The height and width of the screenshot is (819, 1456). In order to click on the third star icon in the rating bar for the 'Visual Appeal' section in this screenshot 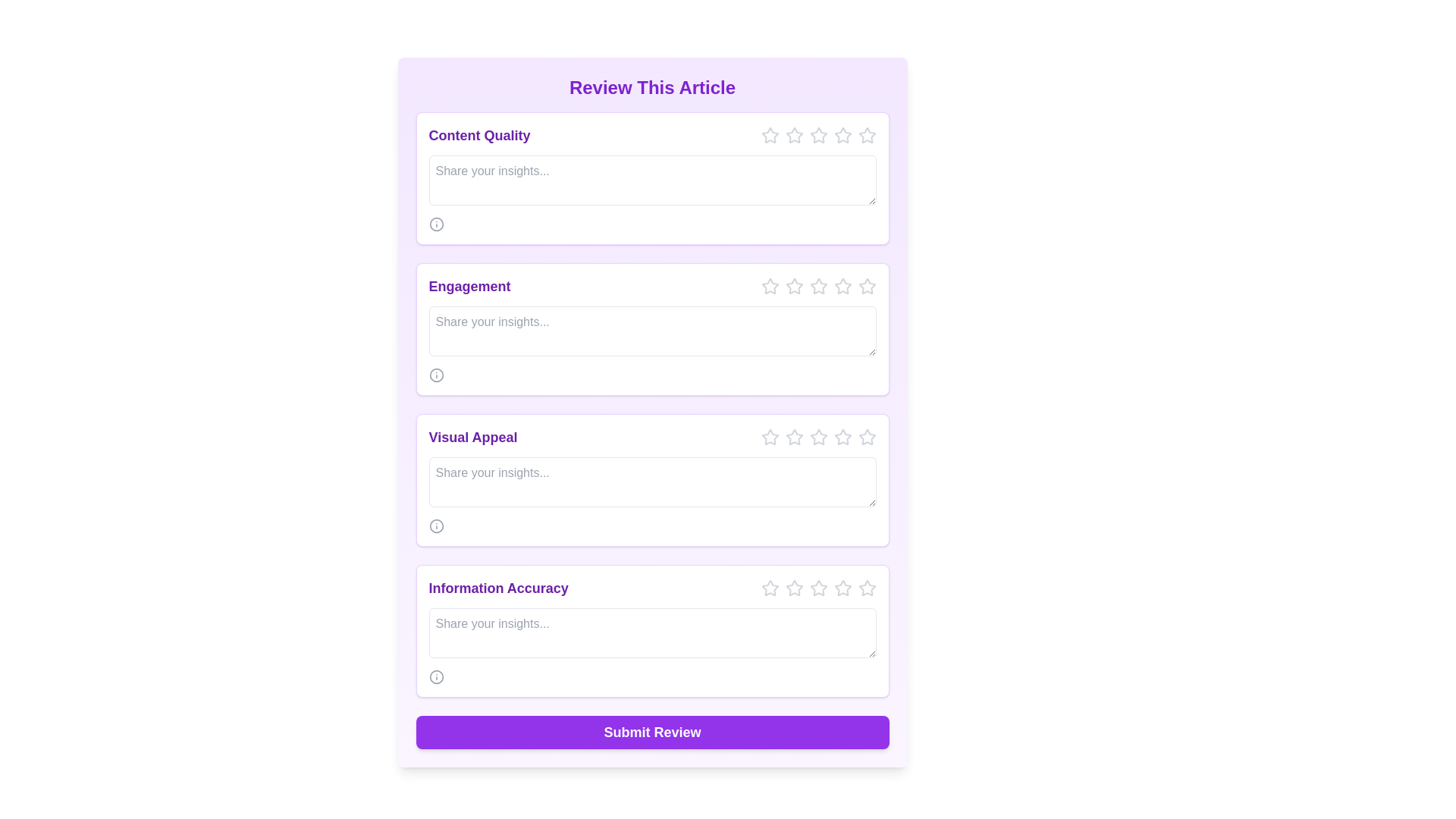, I will do `click(817, 438)`.